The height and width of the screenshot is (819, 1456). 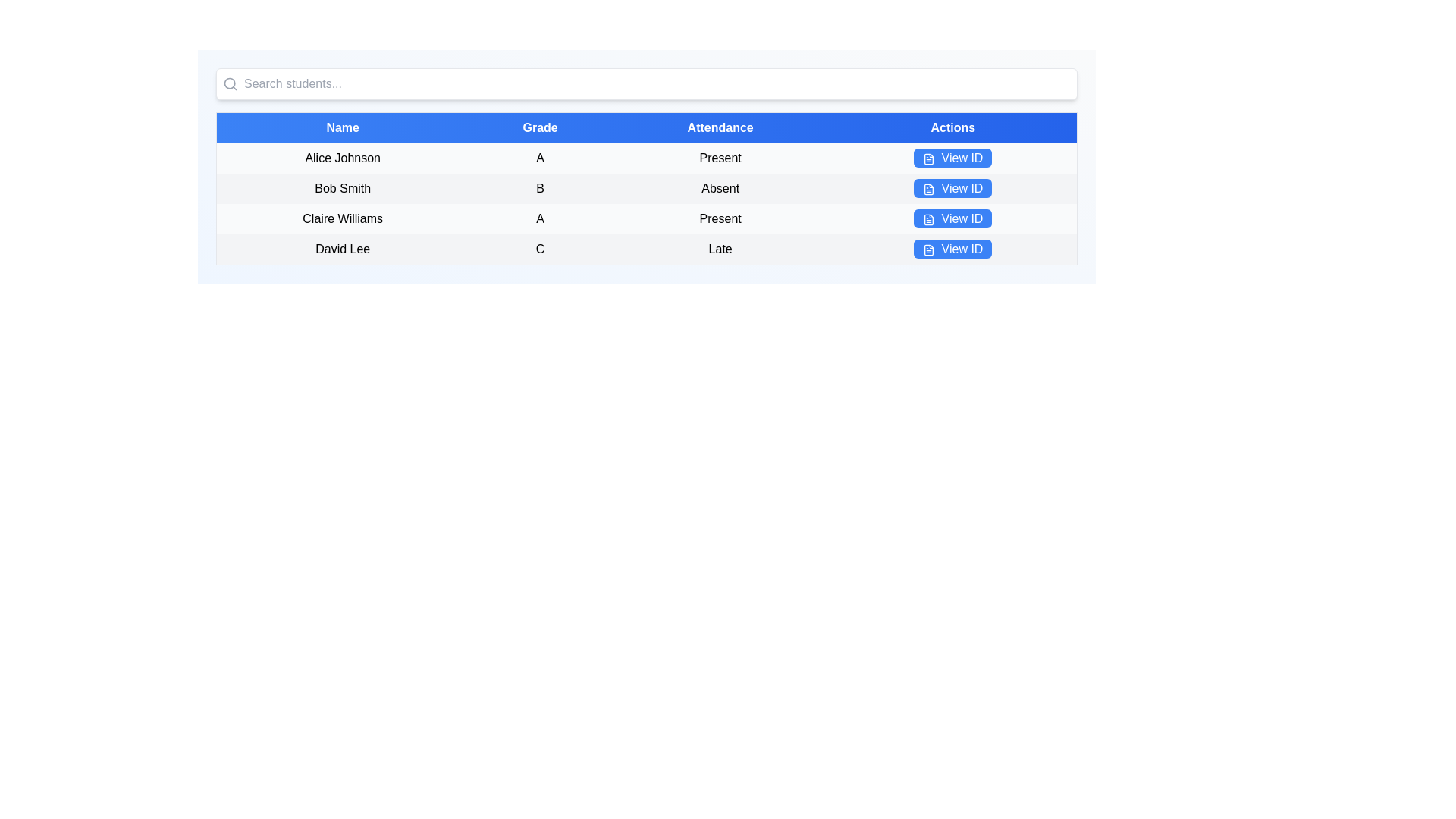 What do you see at coordinates (952, 188) in the screenshot?
I see `the button in the fourth column of the table under the 'Actions' heading for the row with 'Absent' attendance status for 'Bob Smith'` at bounding box center [952, 188].